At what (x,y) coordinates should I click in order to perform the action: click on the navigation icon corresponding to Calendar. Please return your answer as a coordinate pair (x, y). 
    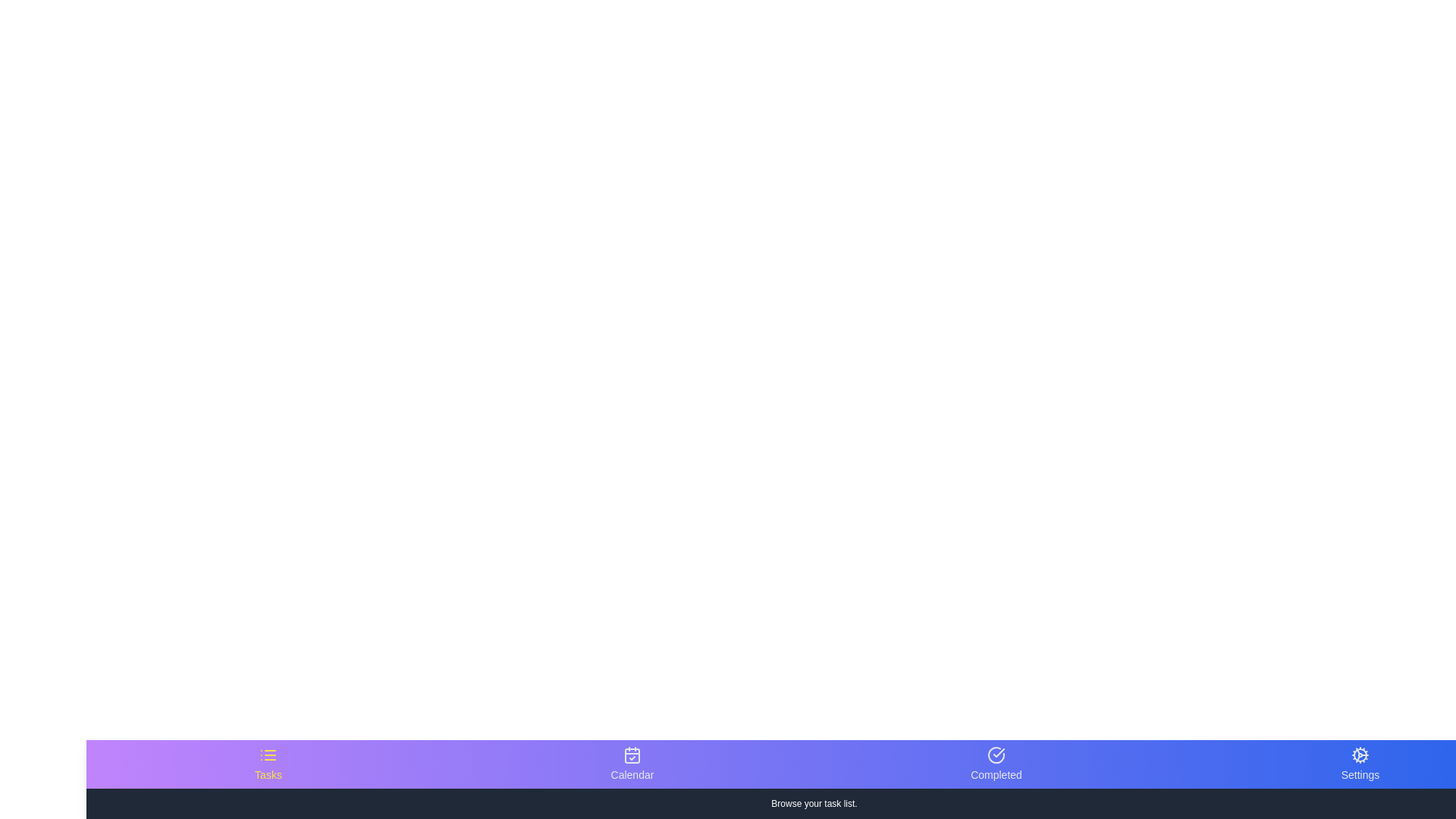
    Looking at the image, I should click on (632, 764).